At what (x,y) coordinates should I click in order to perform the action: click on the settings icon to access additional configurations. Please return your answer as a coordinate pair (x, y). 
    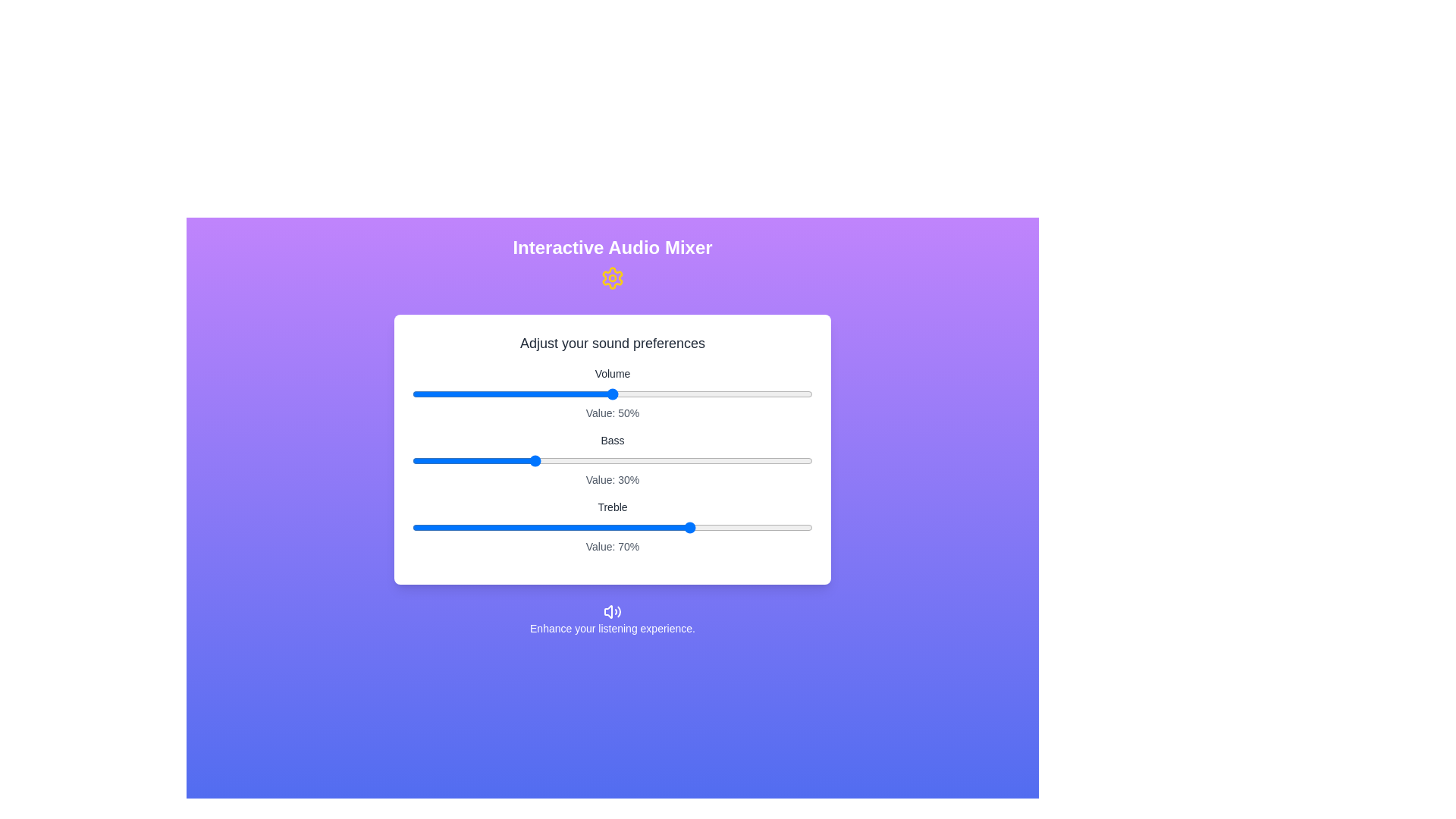
    Looking at the image, I should click on (612, 278).